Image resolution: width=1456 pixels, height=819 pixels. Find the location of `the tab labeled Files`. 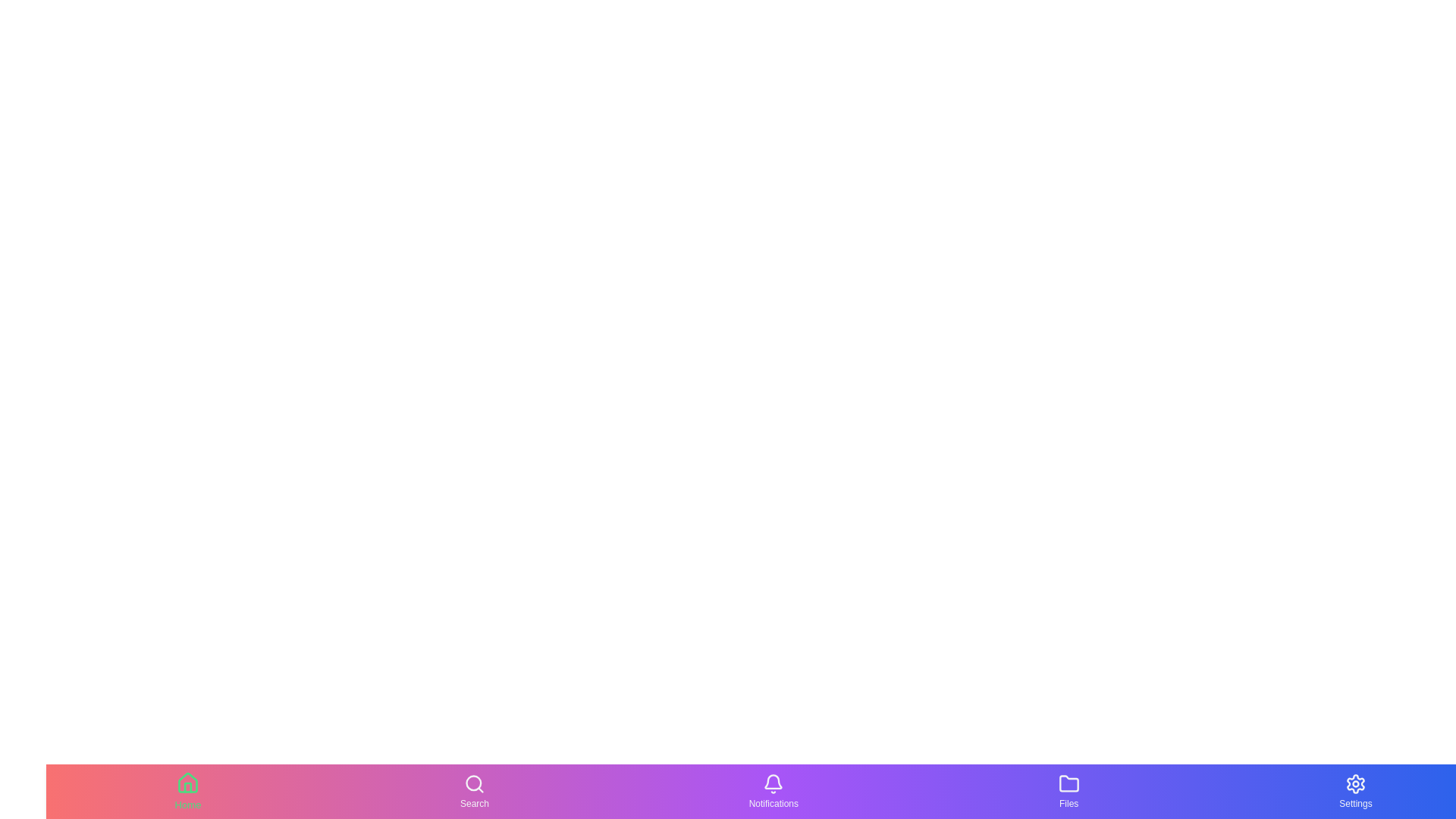

the tab labeled Files is located at coordinates (1068, 791).